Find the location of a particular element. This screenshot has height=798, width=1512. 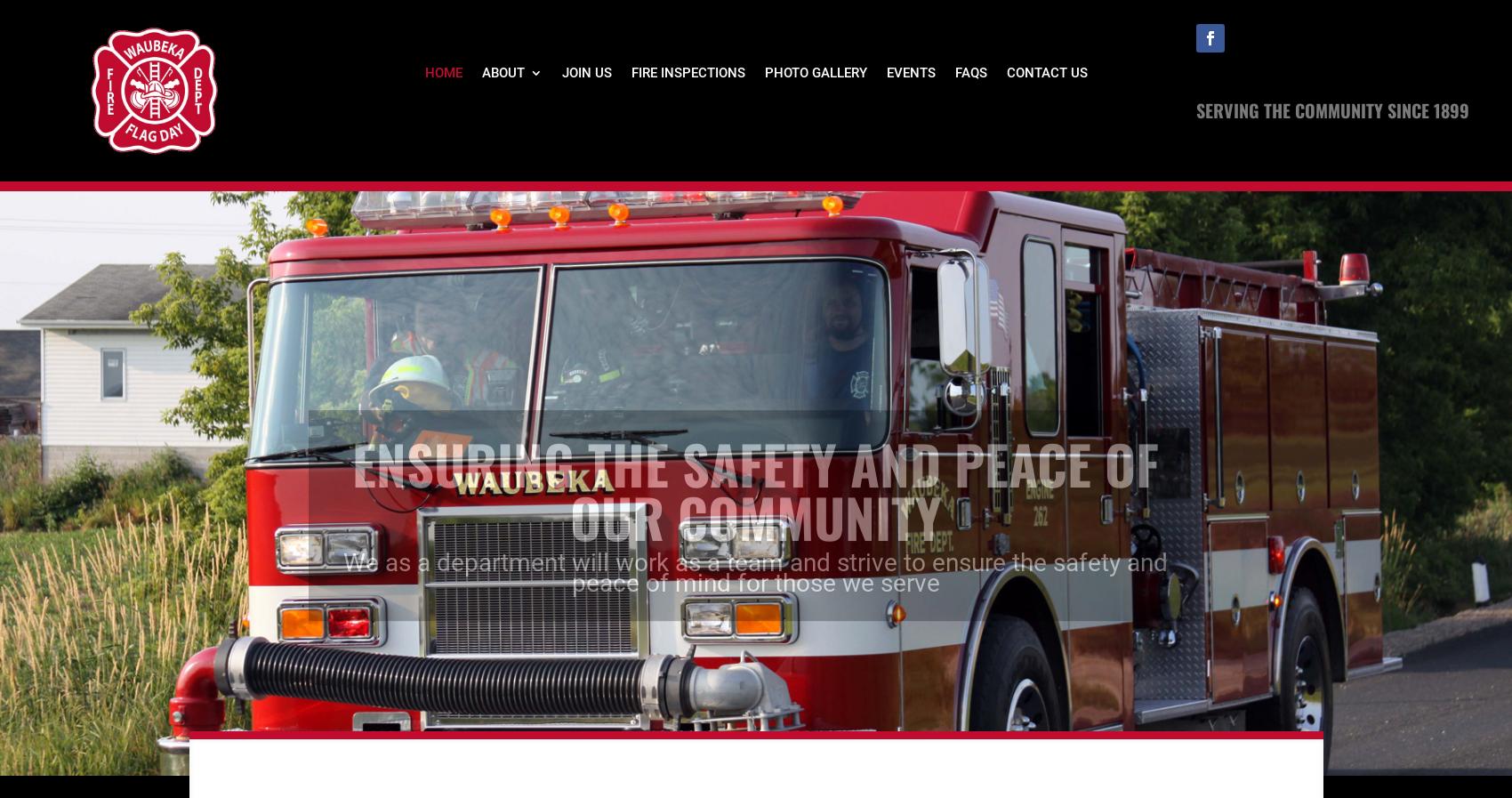

'Apparatus' is located at coordinates (543, 229).